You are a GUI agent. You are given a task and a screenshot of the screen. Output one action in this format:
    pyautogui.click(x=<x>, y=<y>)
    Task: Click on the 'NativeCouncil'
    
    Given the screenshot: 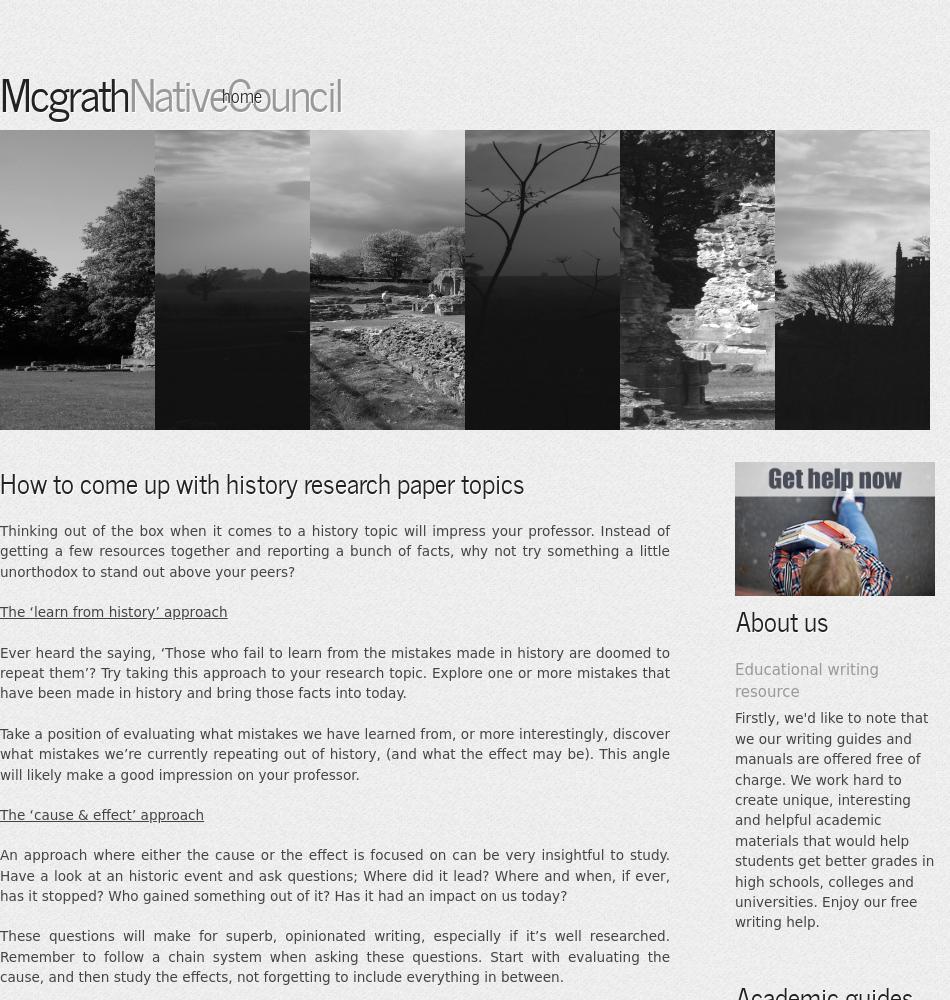 What is the action you would take?
    pyautogui.click(x=235, y=89)
    